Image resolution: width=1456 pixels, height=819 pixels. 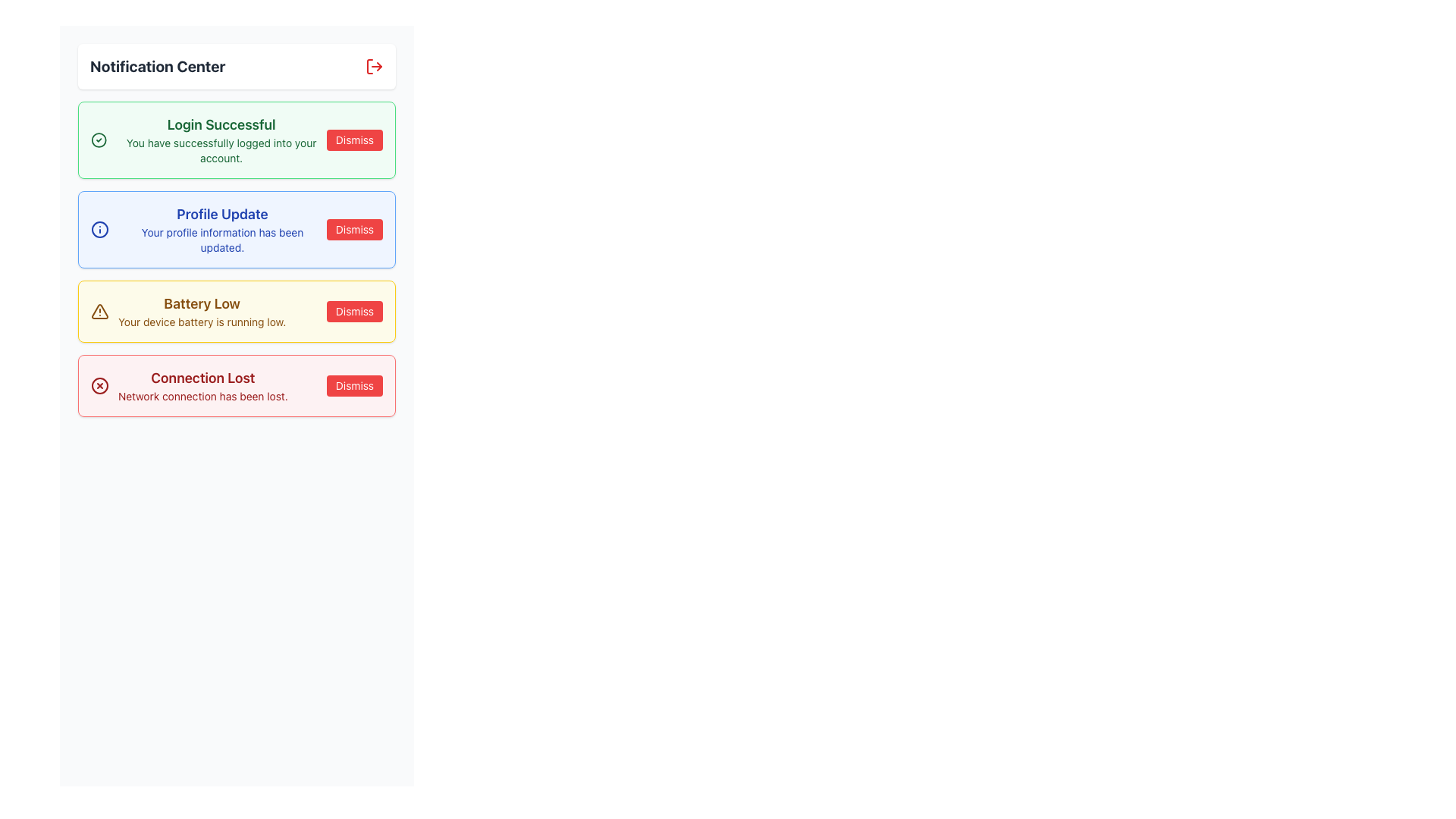 What do you see at coordinates (353, 140) in the screenshot?
I see `the dismiss button located in the topmost notification box, to the right of the 'Login Successful' message` at bounding box center [353, 140].